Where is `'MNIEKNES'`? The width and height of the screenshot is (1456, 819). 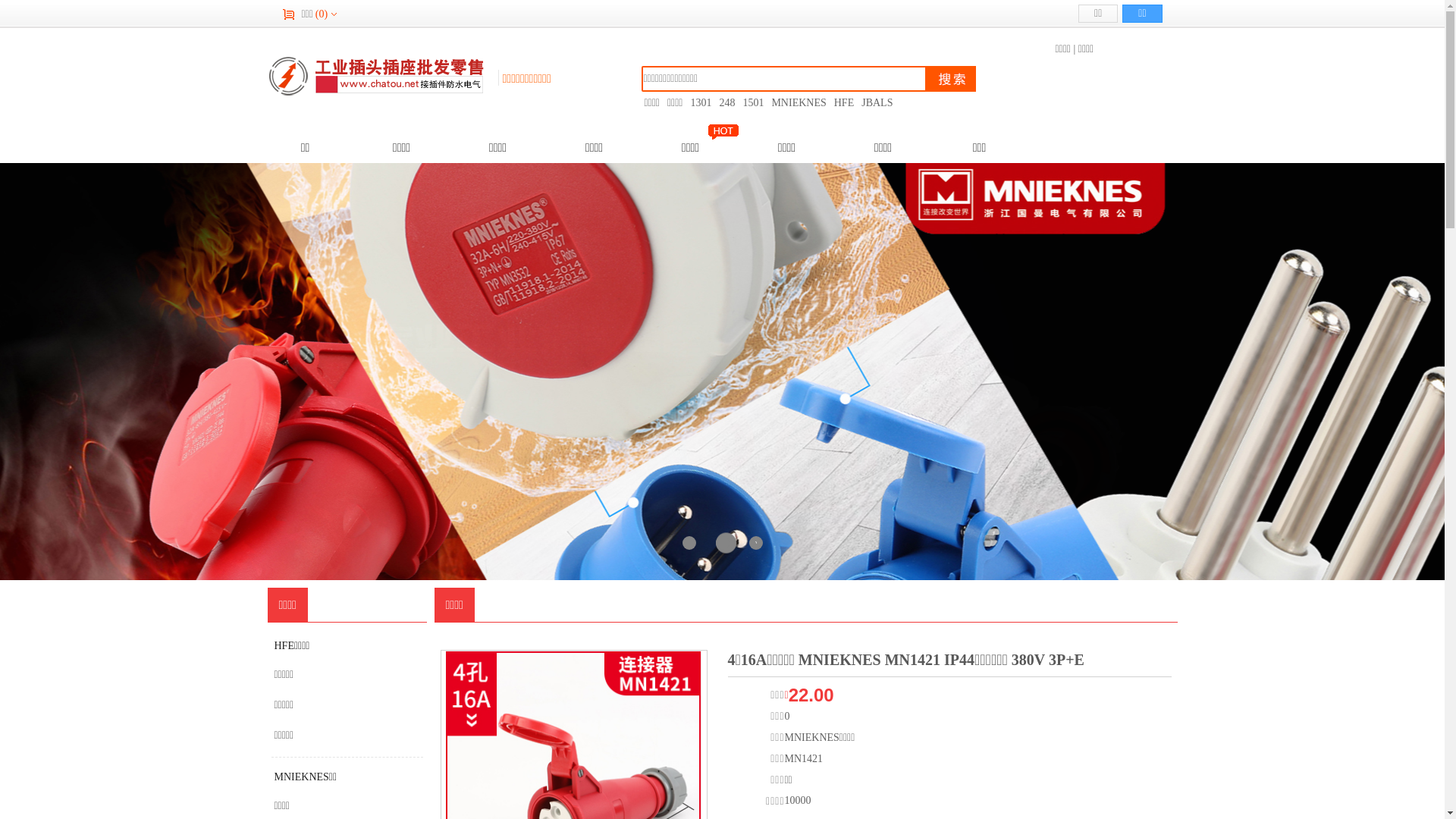 'MNIEKNES' is located at coordinates (797, 102).